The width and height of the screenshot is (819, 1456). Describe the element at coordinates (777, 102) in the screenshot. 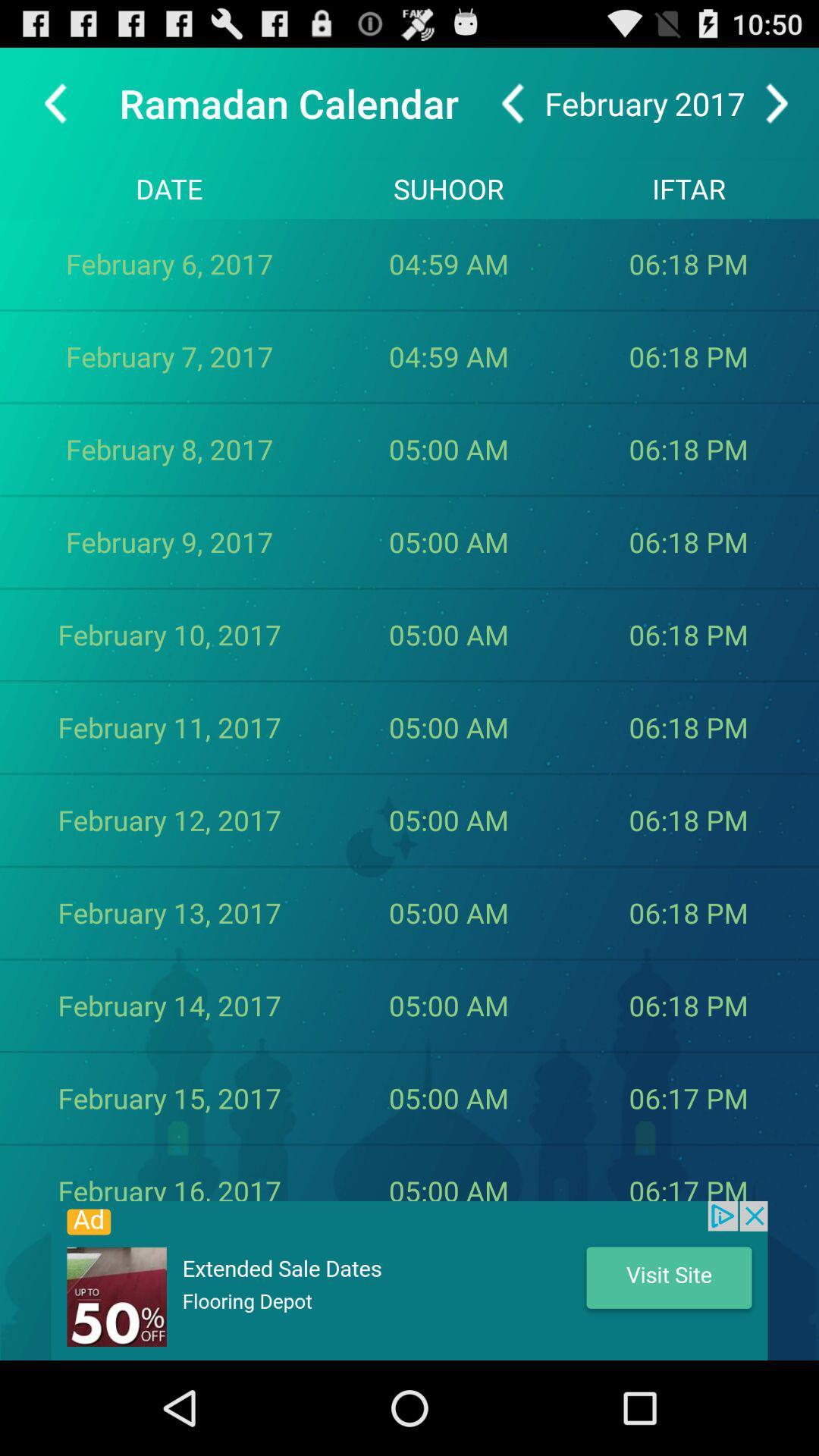

I see `advance to next month` at that location.